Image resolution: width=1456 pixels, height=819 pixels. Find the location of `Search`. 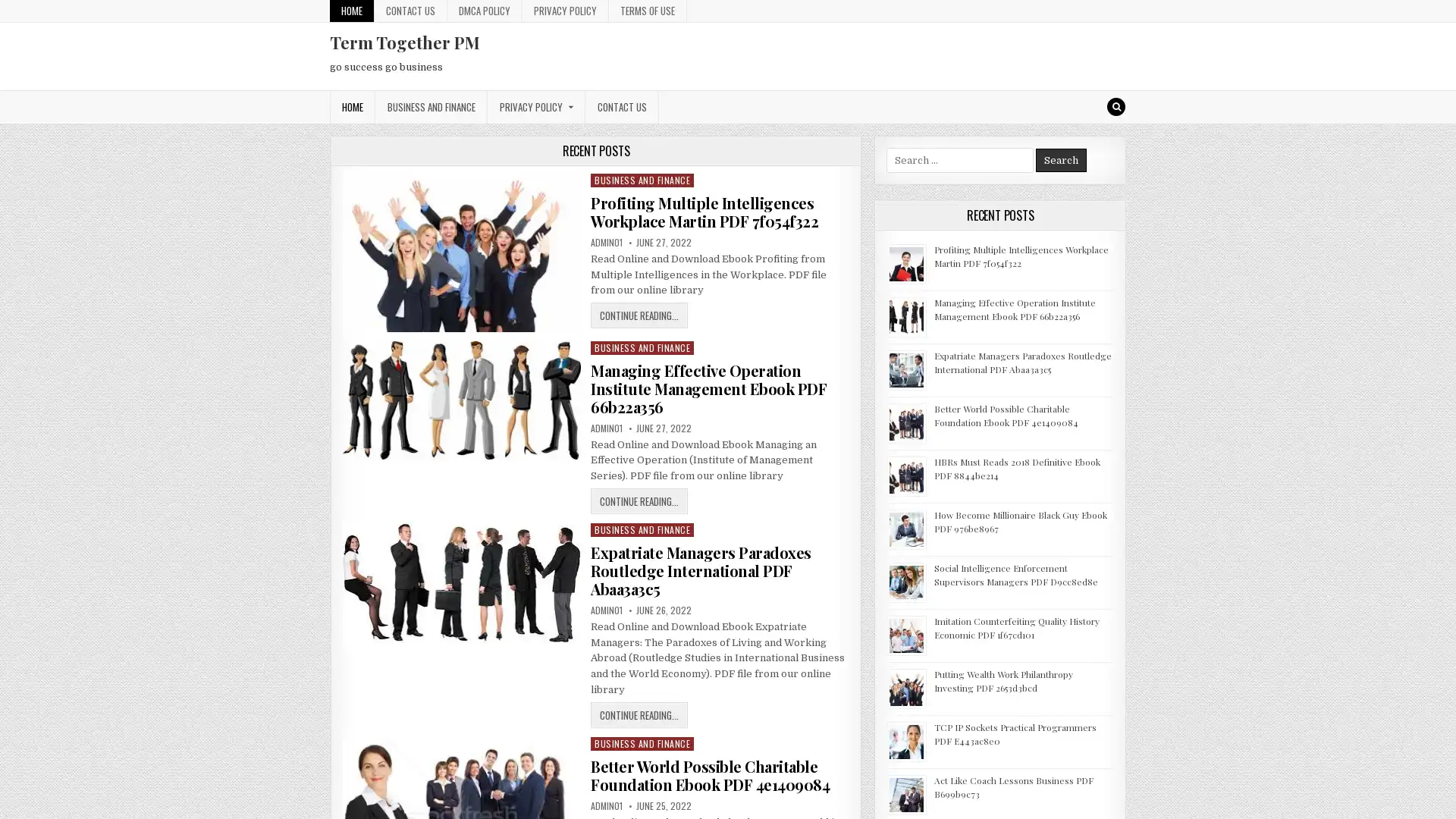

Search is located at coordinates (1060, 160).